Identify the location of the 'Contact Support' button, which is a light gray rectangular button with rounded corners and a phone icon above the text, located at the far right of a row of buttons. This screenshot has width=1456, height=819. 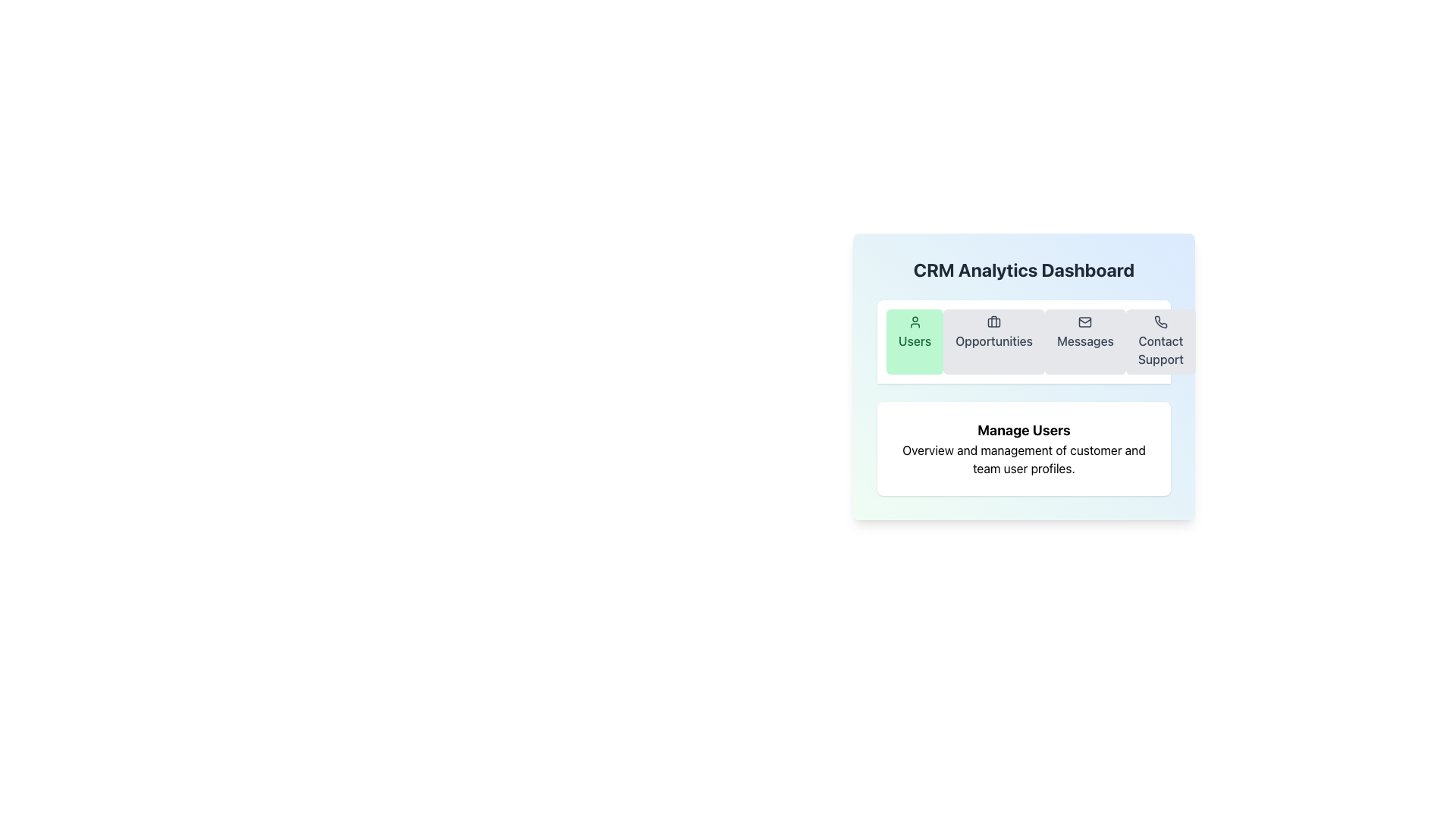
(1159, 342).